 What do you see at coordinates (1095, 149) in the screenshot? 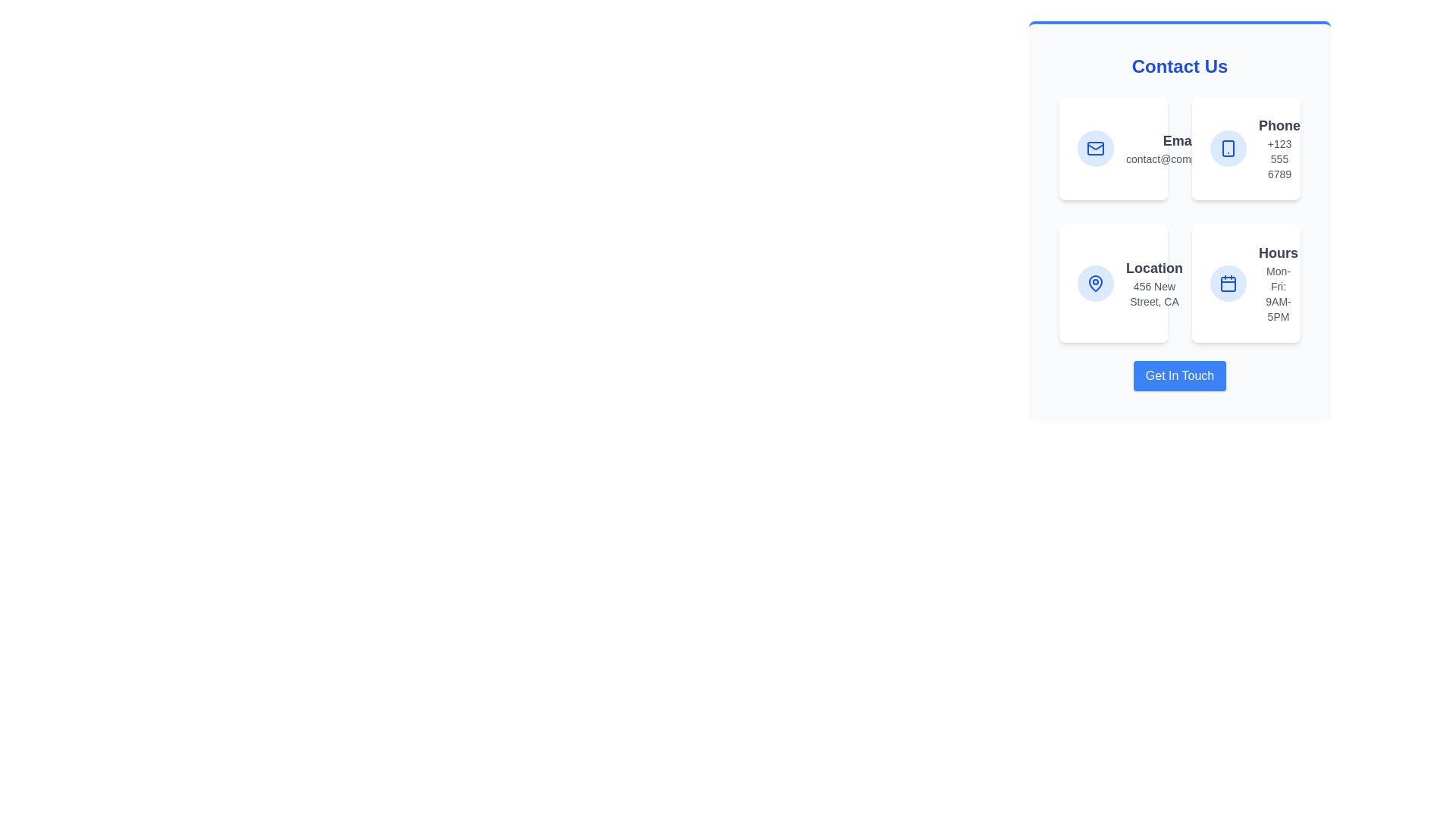
I see `the email contact icon located in the top-left part of the 'Contact Us' section, next to the text 'Email contact@company.com'` at bounding box center [1095, 149].